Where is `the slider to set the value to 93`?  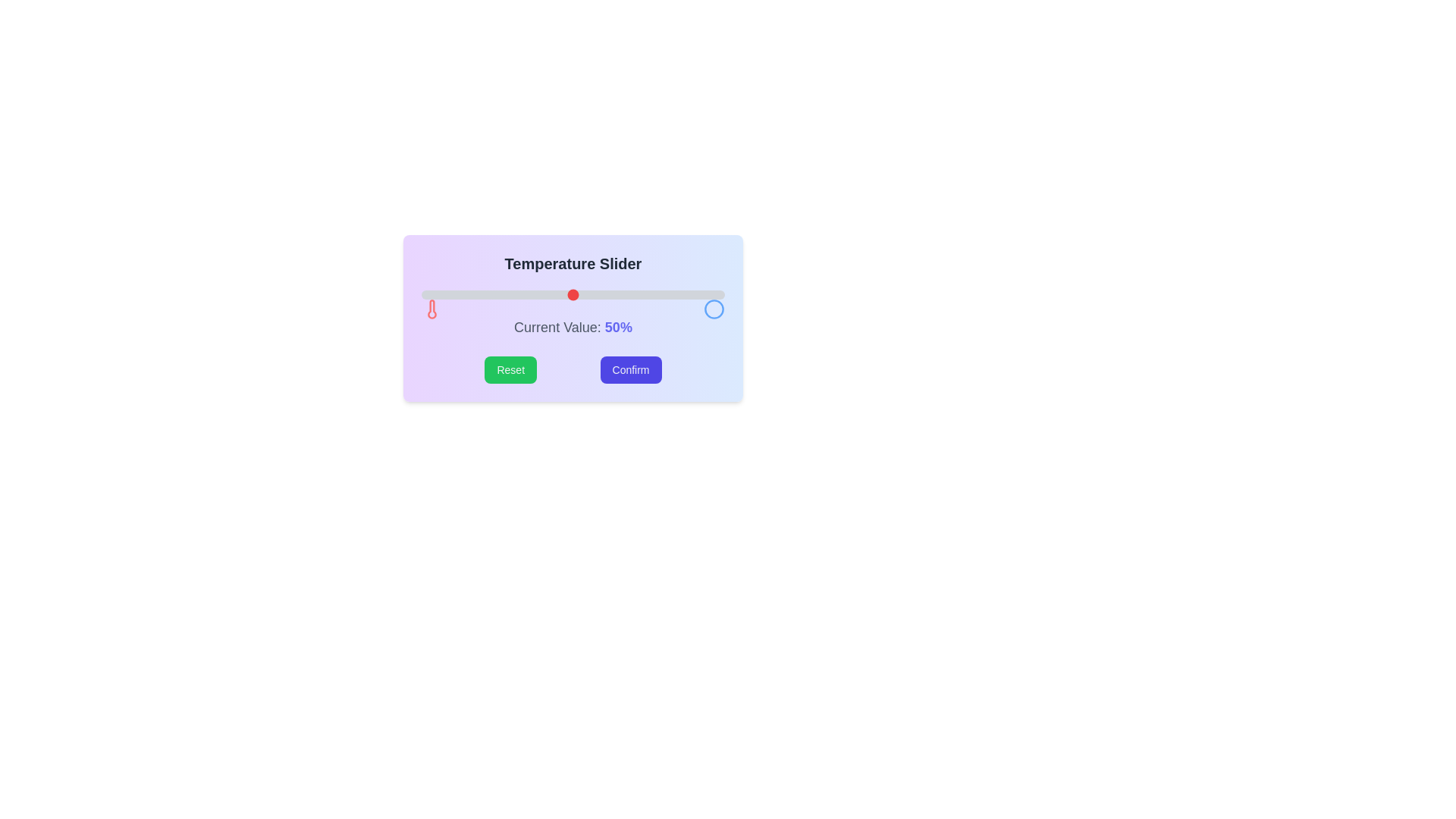
the slider to set the value to 93 is located at coordinates (702, 295).